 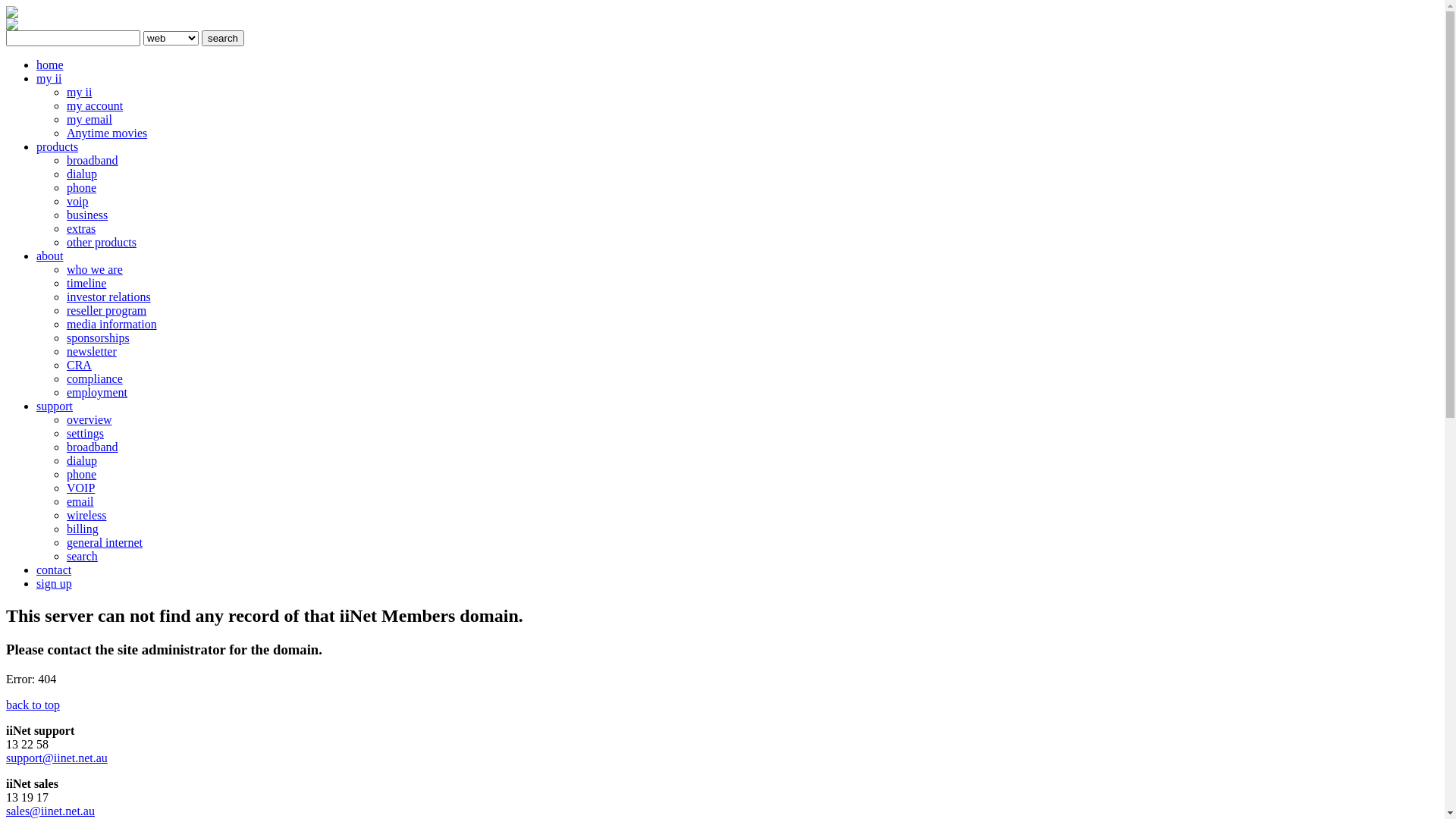 What do you see at coordinates (36, 405) in the screenshot?
I see `'support'` at bounding box center [36, 405].